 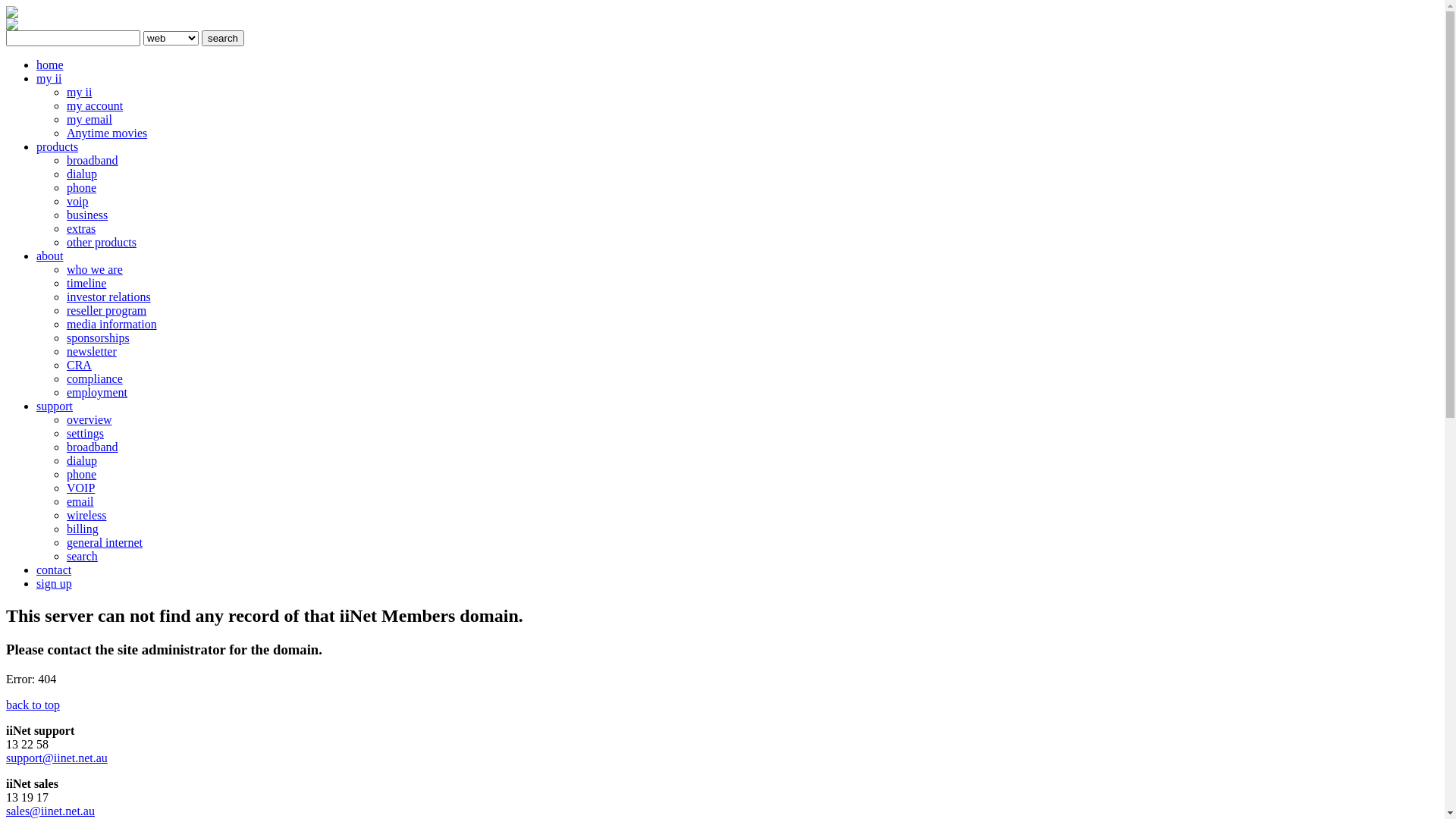 What do you see at coordinates (36, 405) in the screenshot?
I see `'support'` at bounding box center [36, 405].